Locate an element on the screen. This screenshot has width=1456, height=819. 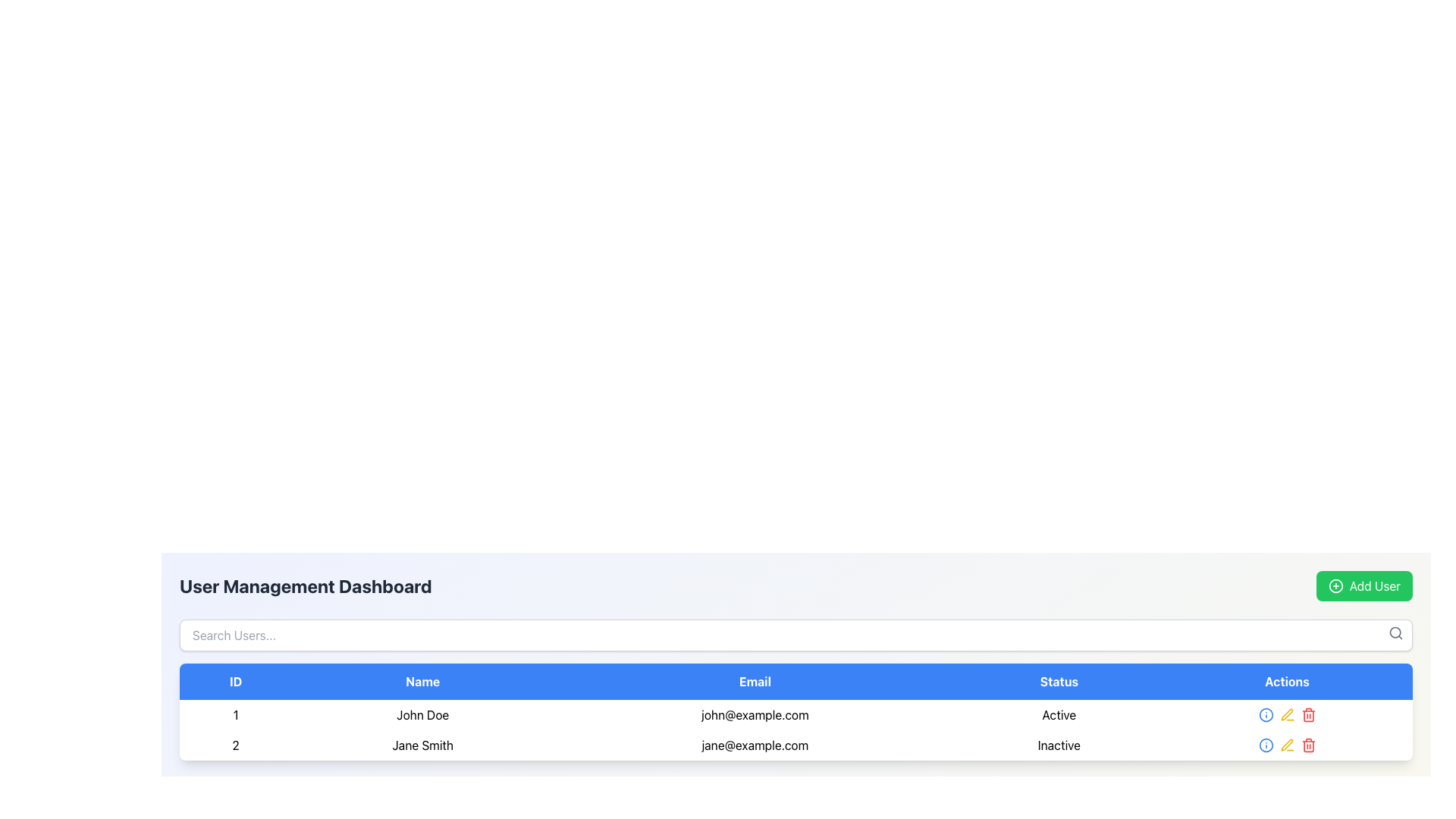
the status indicator text label for the user 'Jane Smith', which signifies that the user's account is inactive, located in the 'Status' column of the user management table is located at coordinates (1058, 745).